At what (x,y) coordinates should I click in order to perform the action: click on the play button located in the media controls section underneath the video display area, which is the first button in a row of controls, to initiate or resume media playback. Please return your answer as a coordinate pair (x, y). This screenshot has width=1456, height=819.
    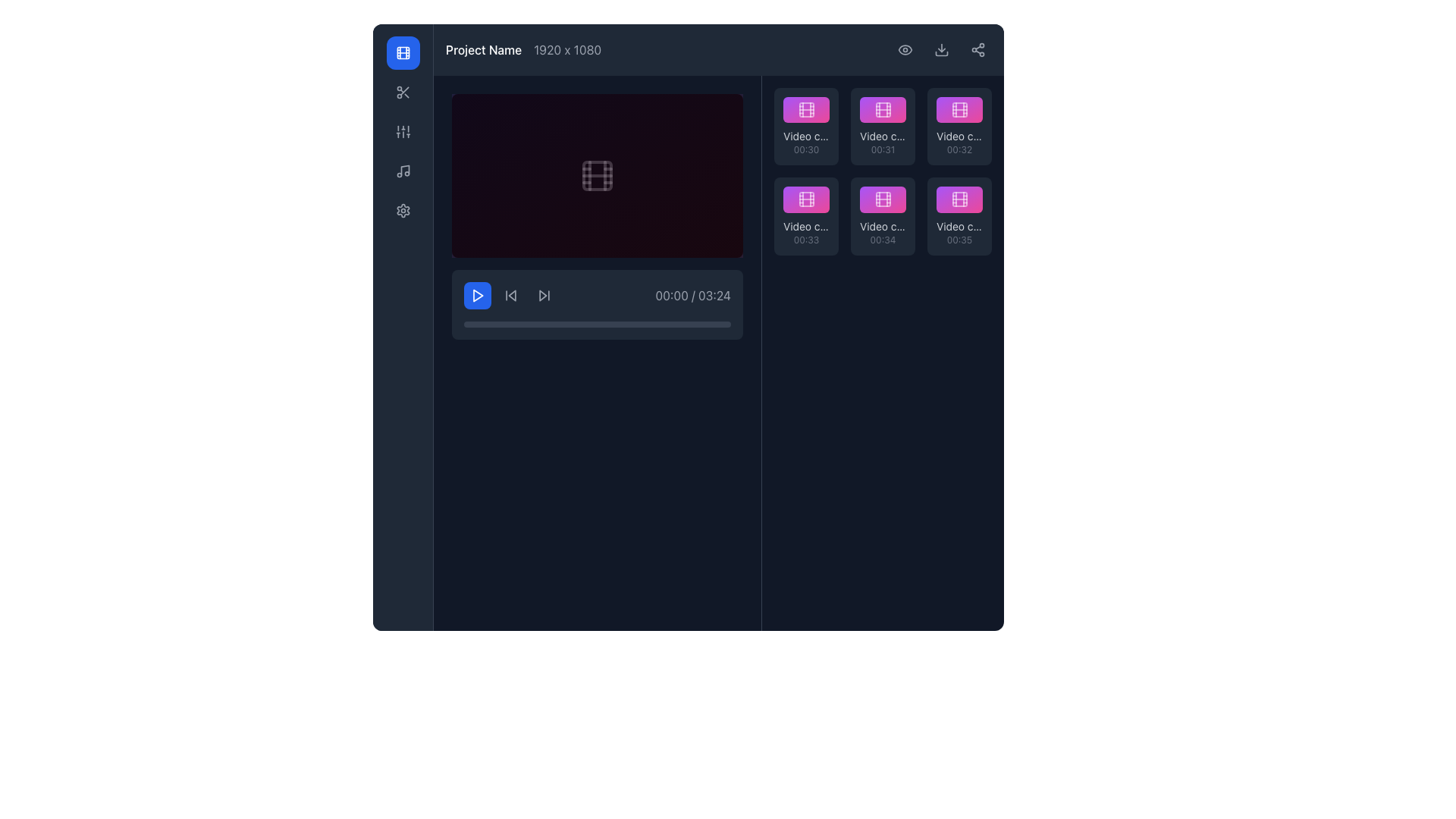
    Looking at the image, I should click on (476, 295).